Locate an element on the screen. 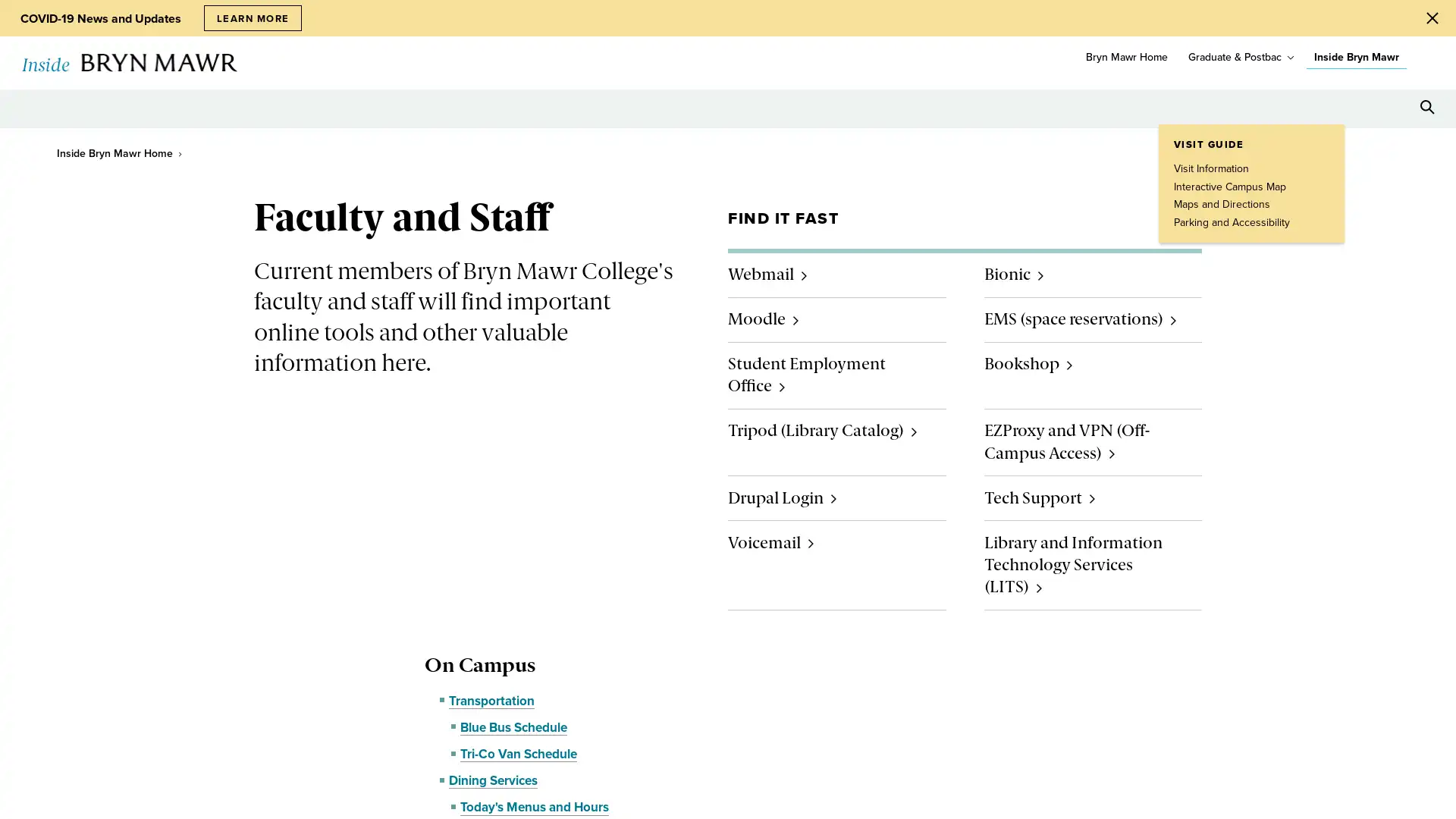  Open Tools menu is located at coordinates (1351, 105).